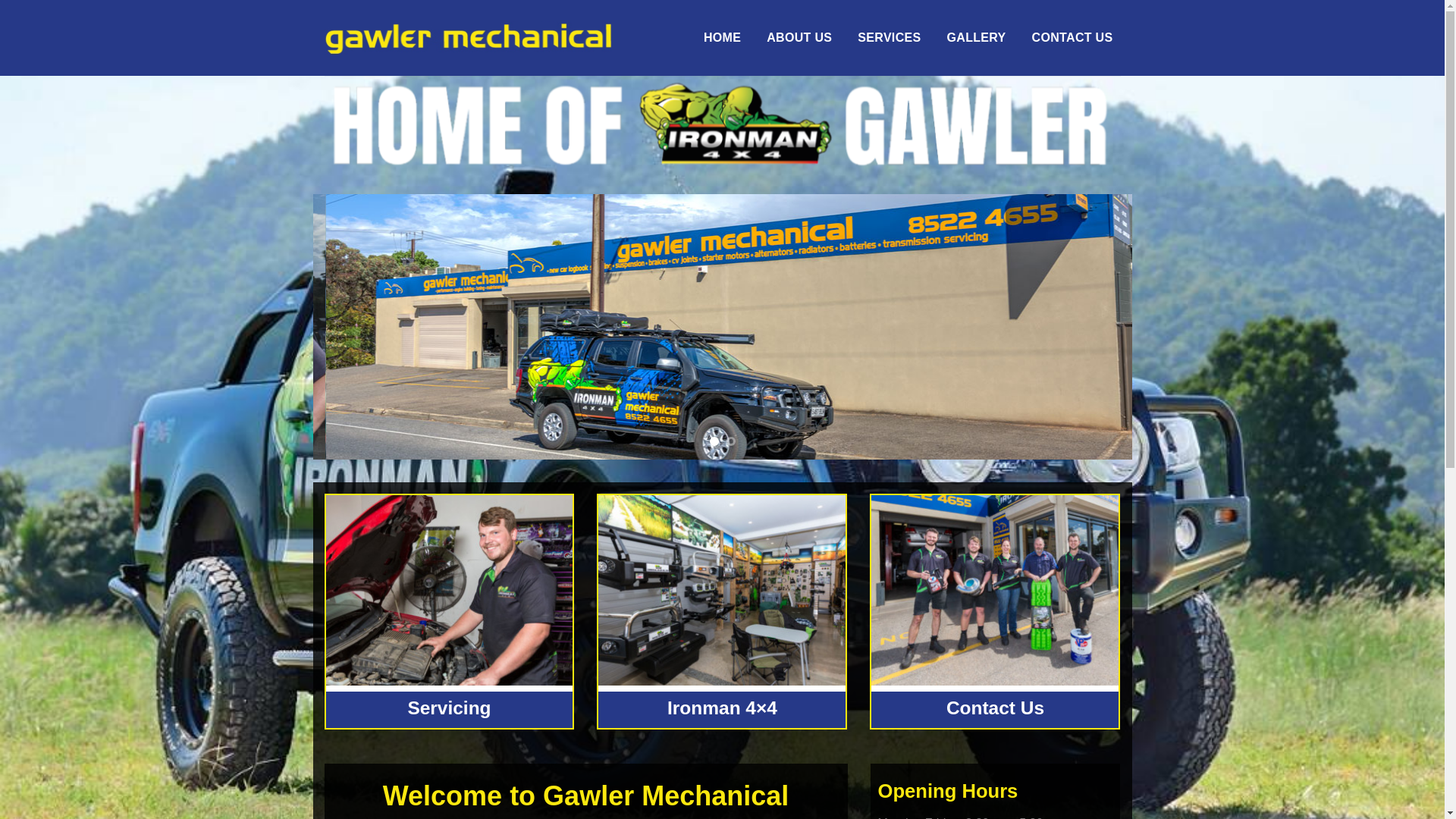  Describe the element at coordinates (975, 37) in the screenshot. I see `'GALLERY'` at that location.